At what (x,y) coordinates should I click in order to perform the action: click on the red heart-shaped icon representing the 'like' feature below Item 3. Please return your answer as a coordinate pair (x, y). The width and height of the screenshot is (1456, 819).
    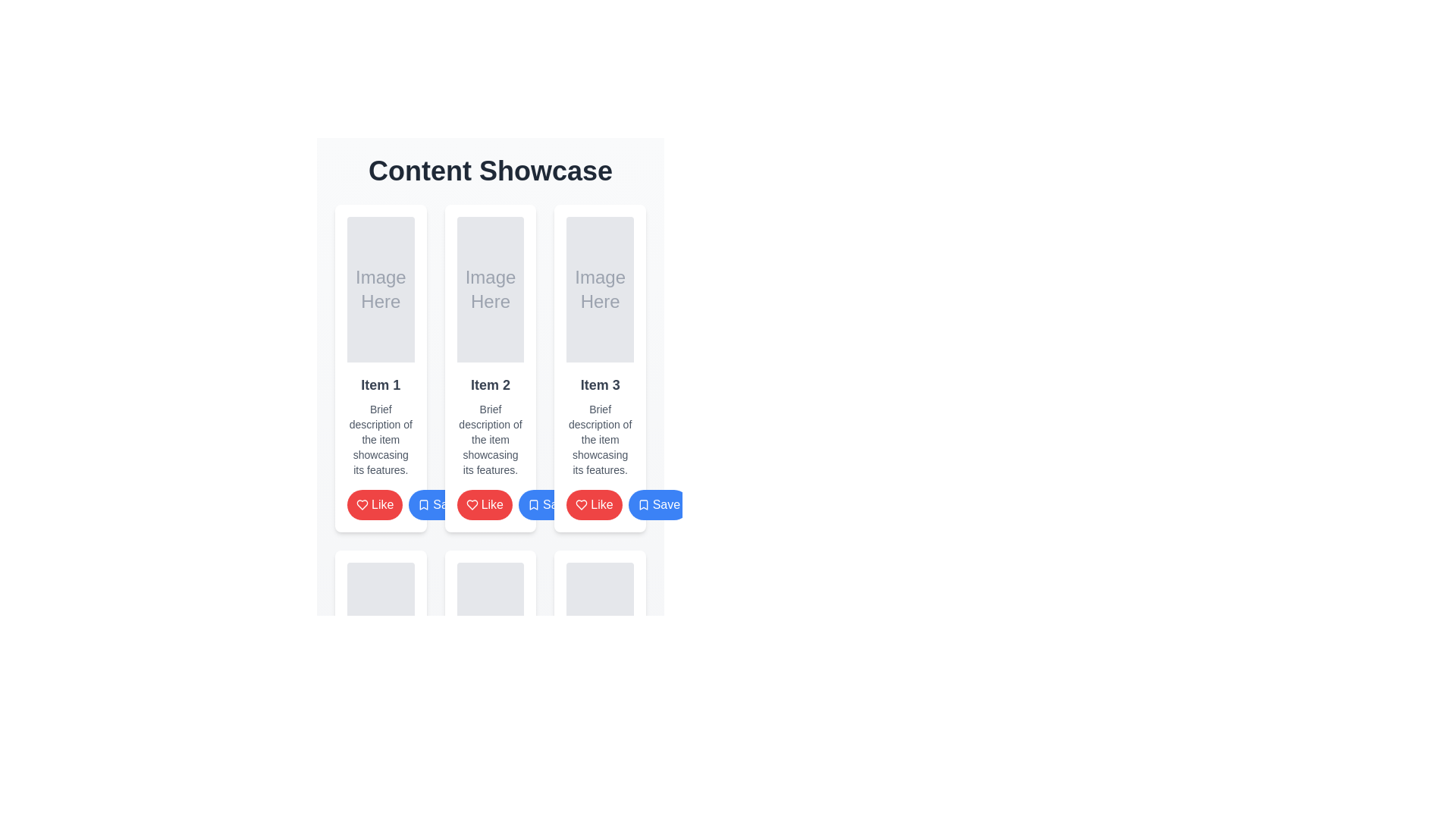
    Looking at the image, I should click on (471, 505).